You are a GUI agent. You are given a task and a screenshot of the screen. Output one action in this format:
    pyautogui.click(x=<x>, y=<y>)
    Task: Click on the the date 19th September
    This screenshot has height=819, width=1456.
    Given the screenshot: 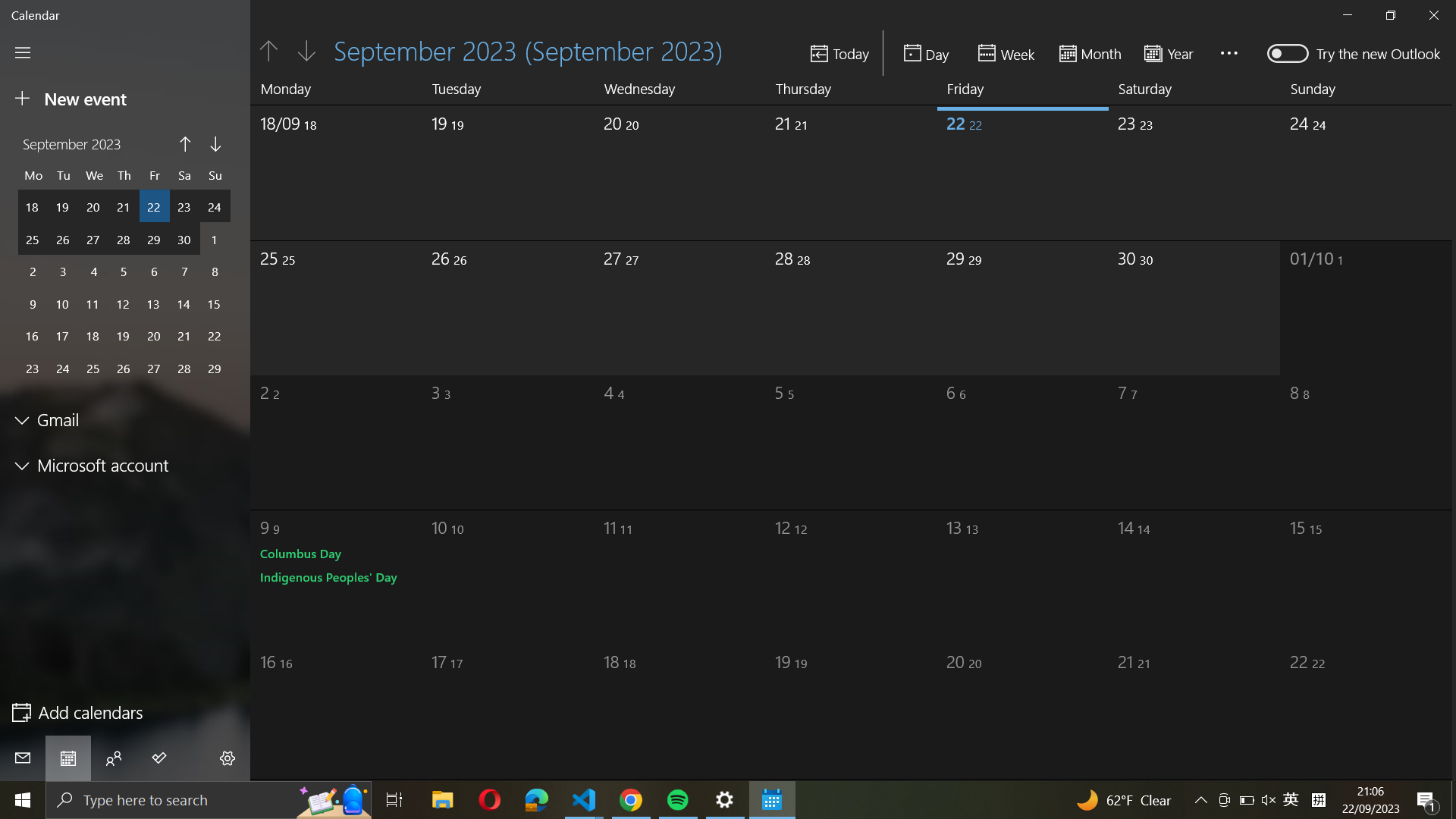 What is the action you would take?
    pyautogui.click(x=475, y=169)
    